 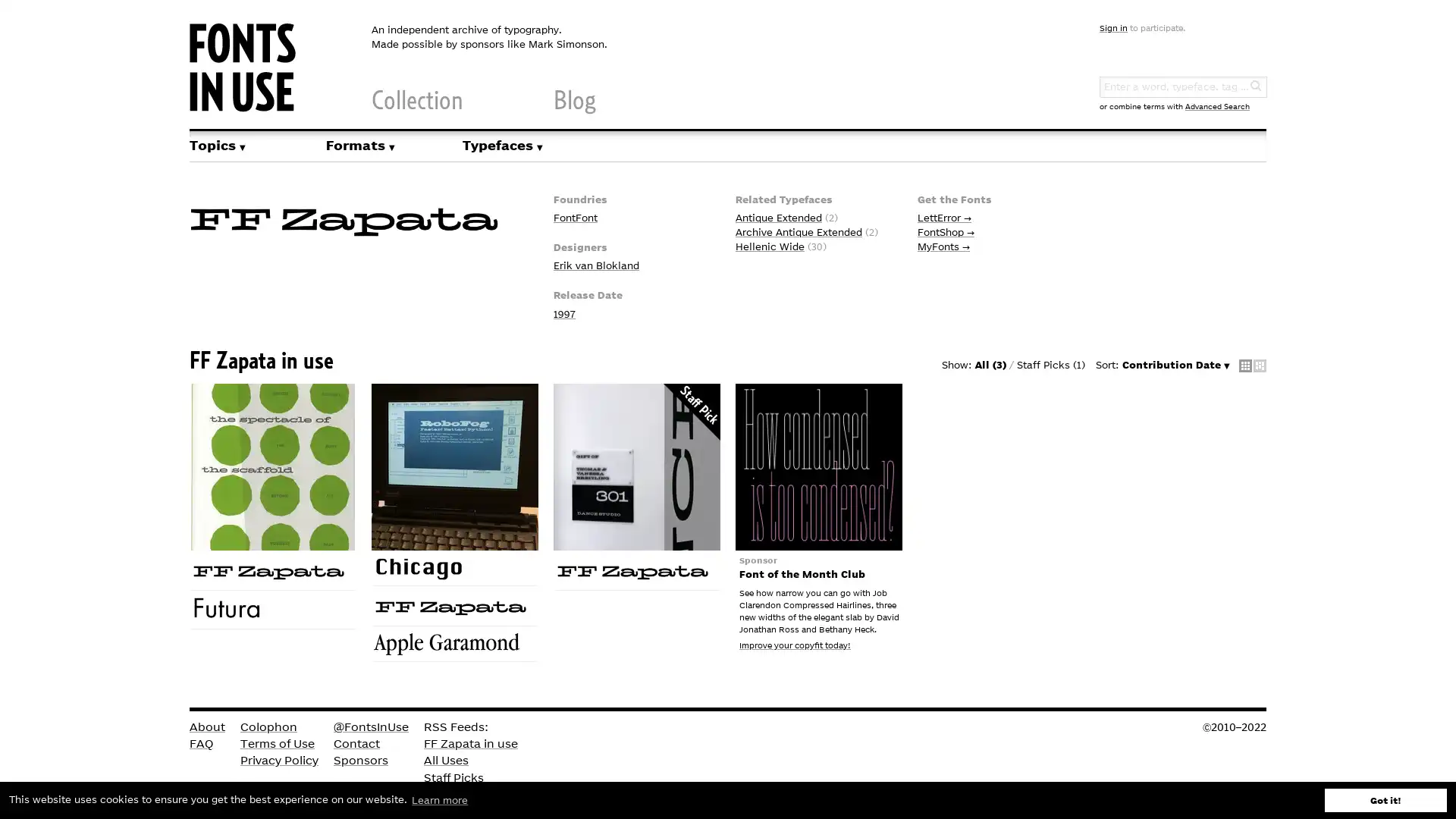 I want to click on dismiss cookie message, so click(x=1385, y=799).